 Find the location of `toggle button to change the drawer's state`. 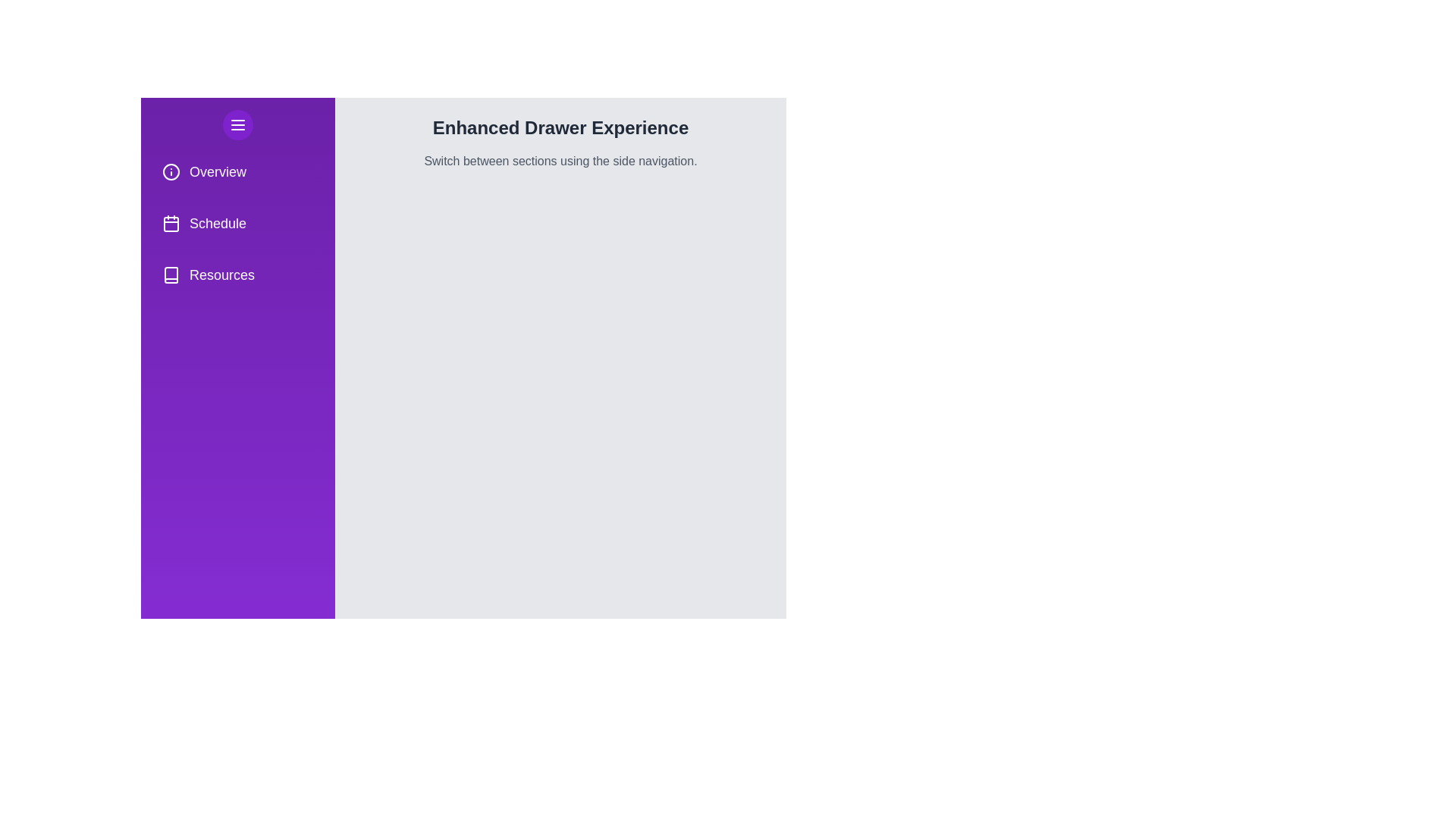

toggle button to change the drawer's state is located at coordinates (237, 124).